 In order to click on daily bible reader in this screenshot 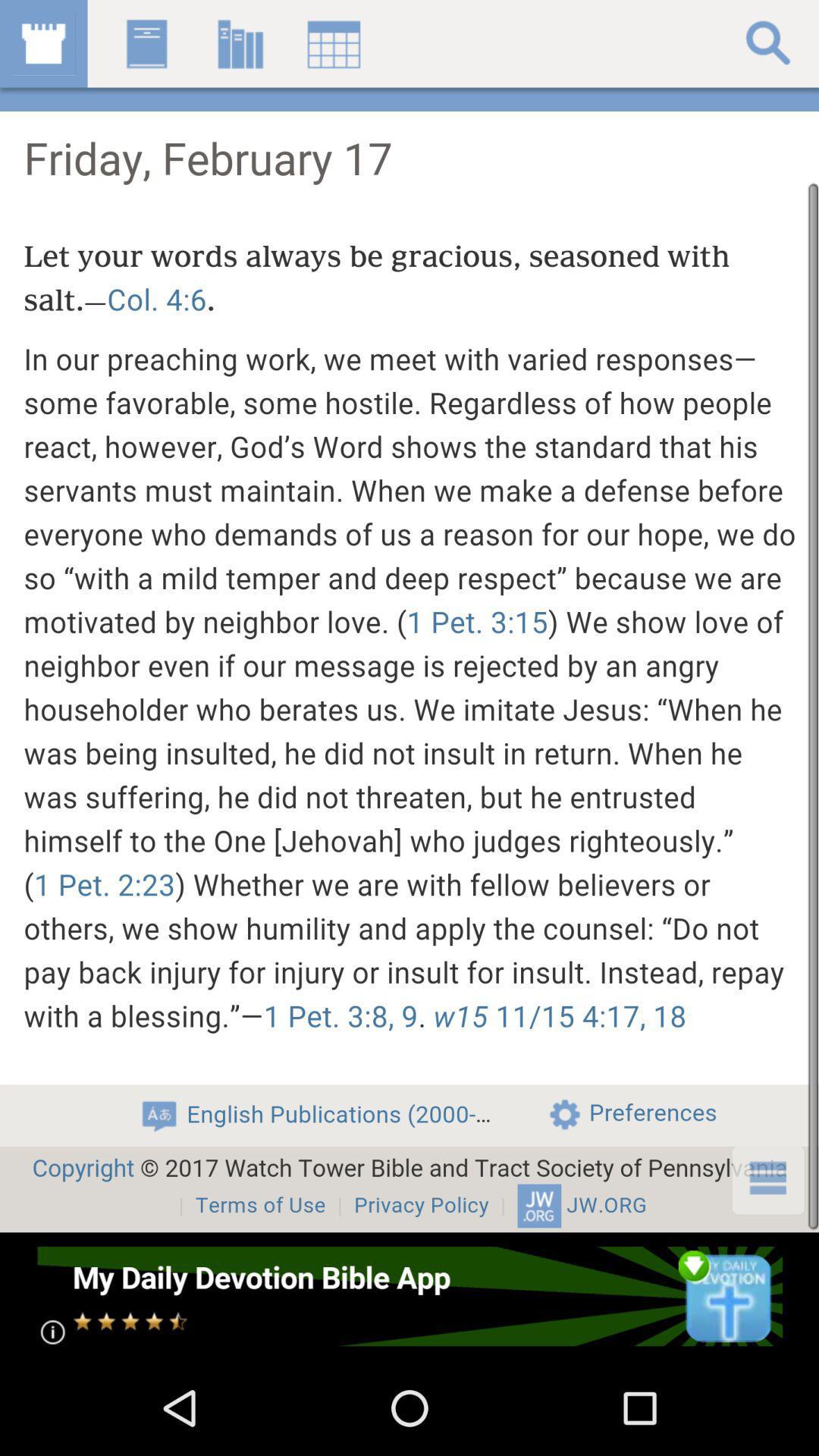, I will do `click(408, 1295)`.